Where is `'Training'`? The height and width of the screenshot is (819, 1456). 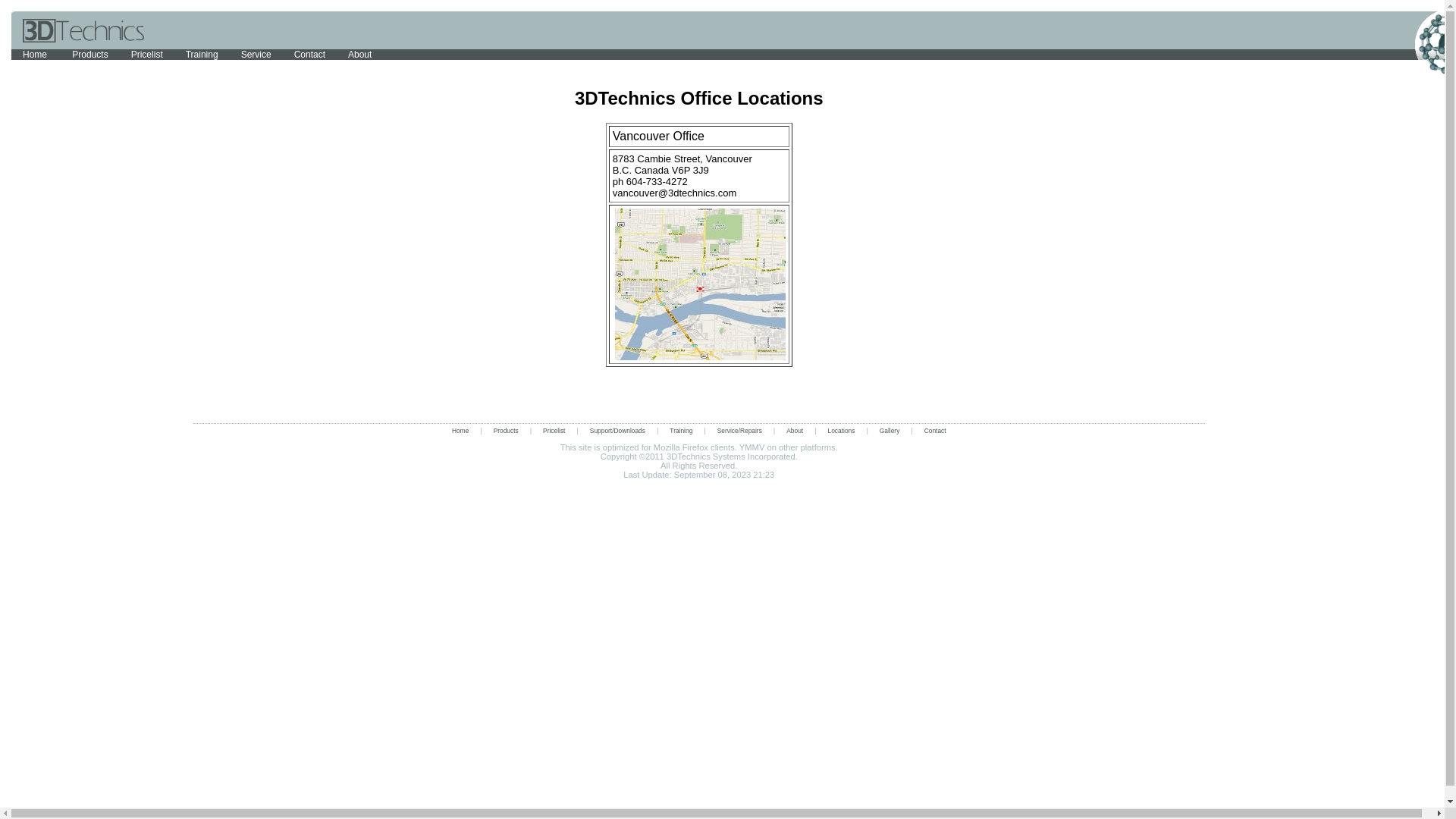 'Training' is located at coordinates (679, 430).